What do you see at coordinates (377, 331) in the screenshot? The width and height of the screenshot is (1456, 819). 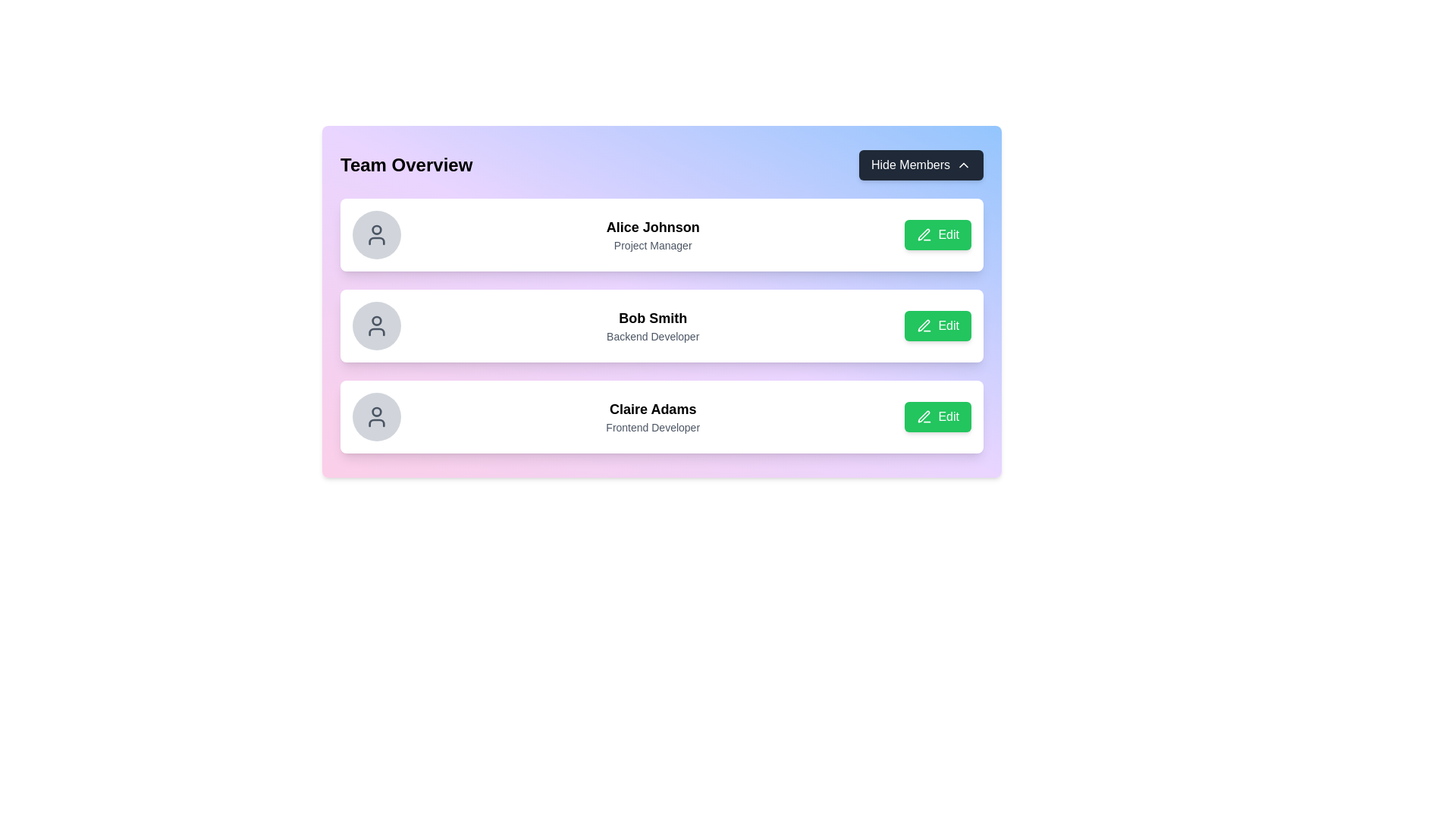 I see `the user profile icon for 'Bob Smith' located in the second entry of the vertical list of user profiles` at bounding box center [377, 331].